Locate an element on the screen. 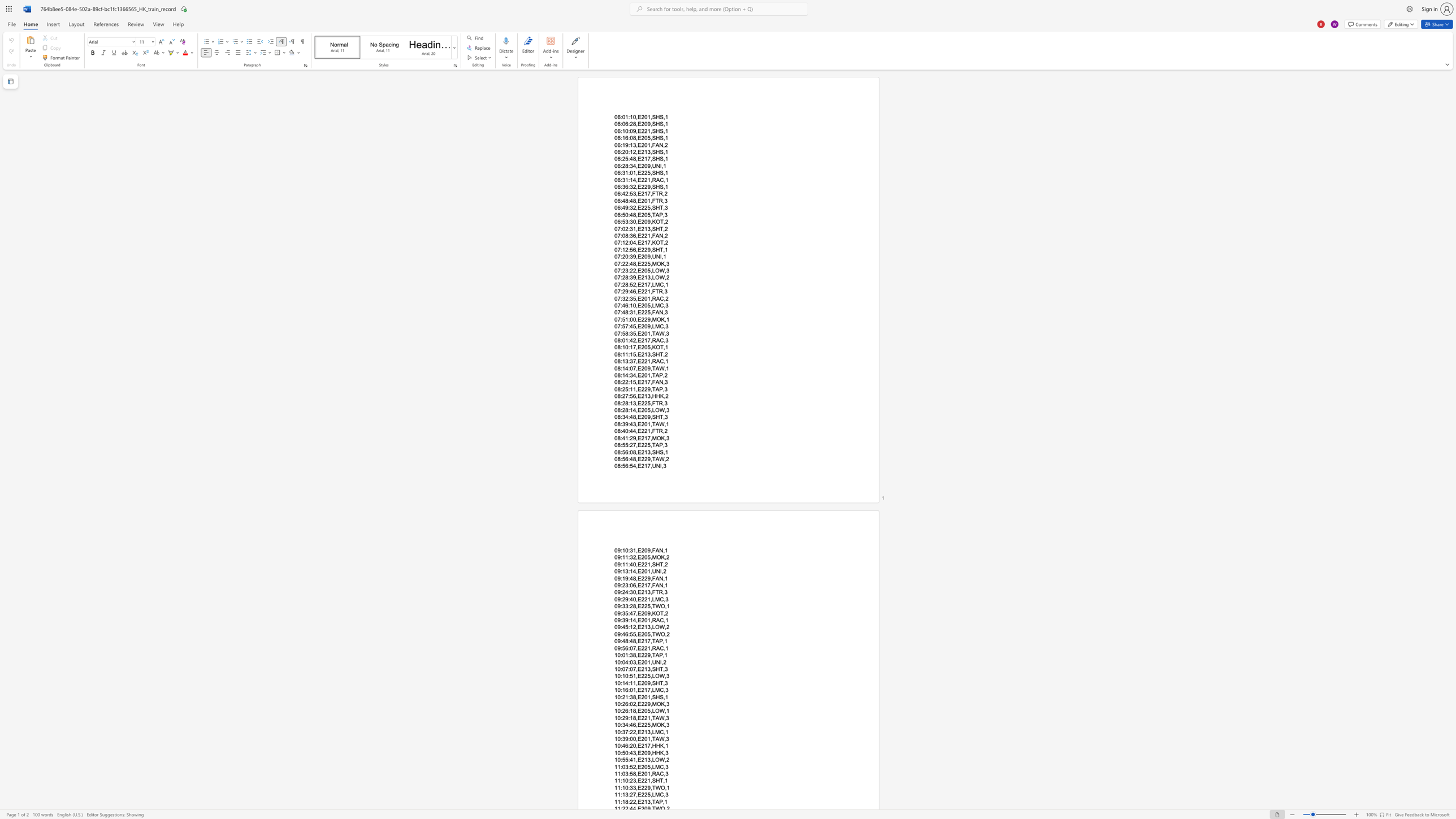 The image size is (1456, 819). the space between the continuous character "3" and "4" in the text is located at coordinates (632, 375).